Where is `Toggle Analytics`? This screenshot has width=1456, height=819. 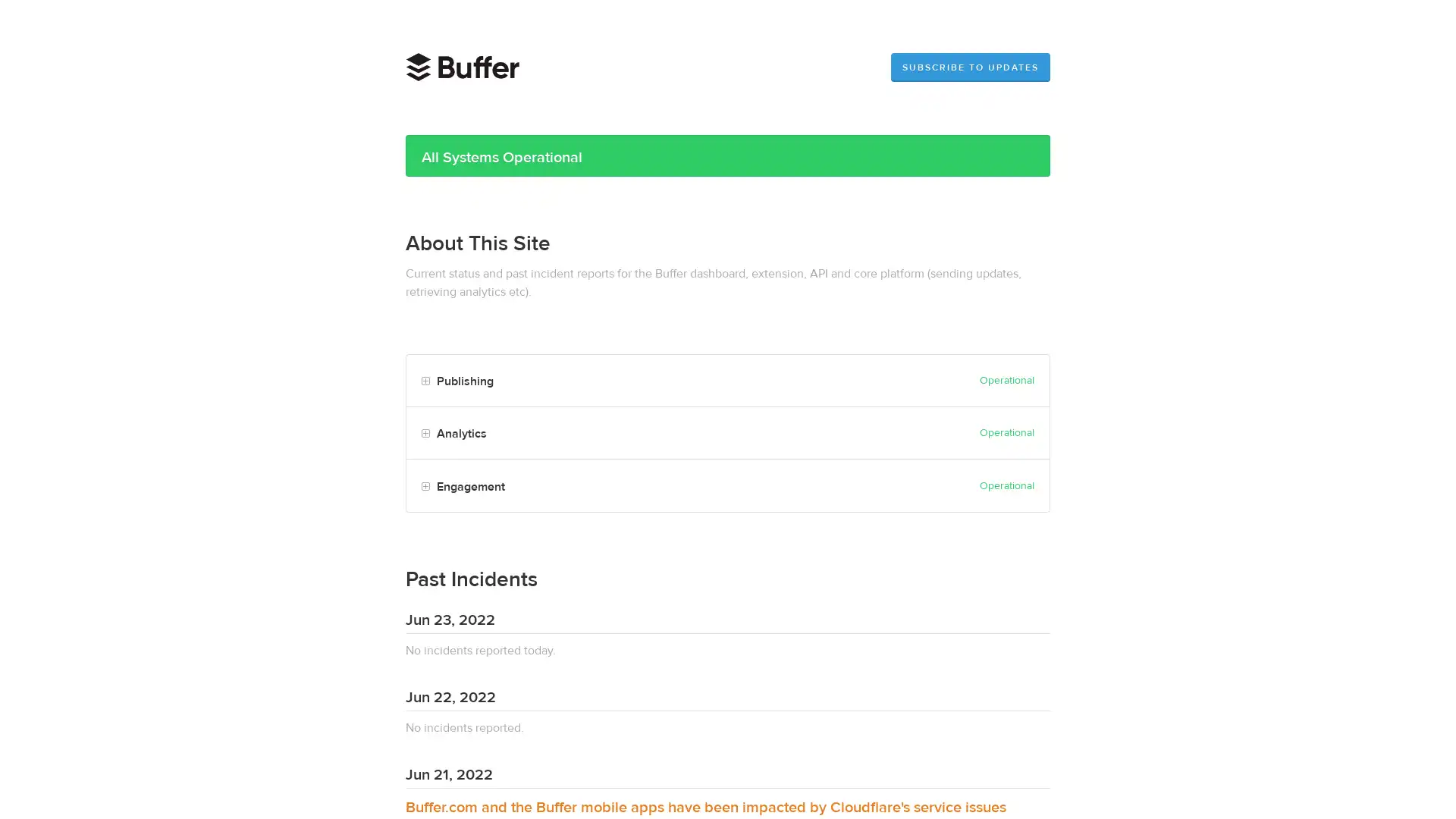
Toggle Analytics is located at coordinates (425, 434).